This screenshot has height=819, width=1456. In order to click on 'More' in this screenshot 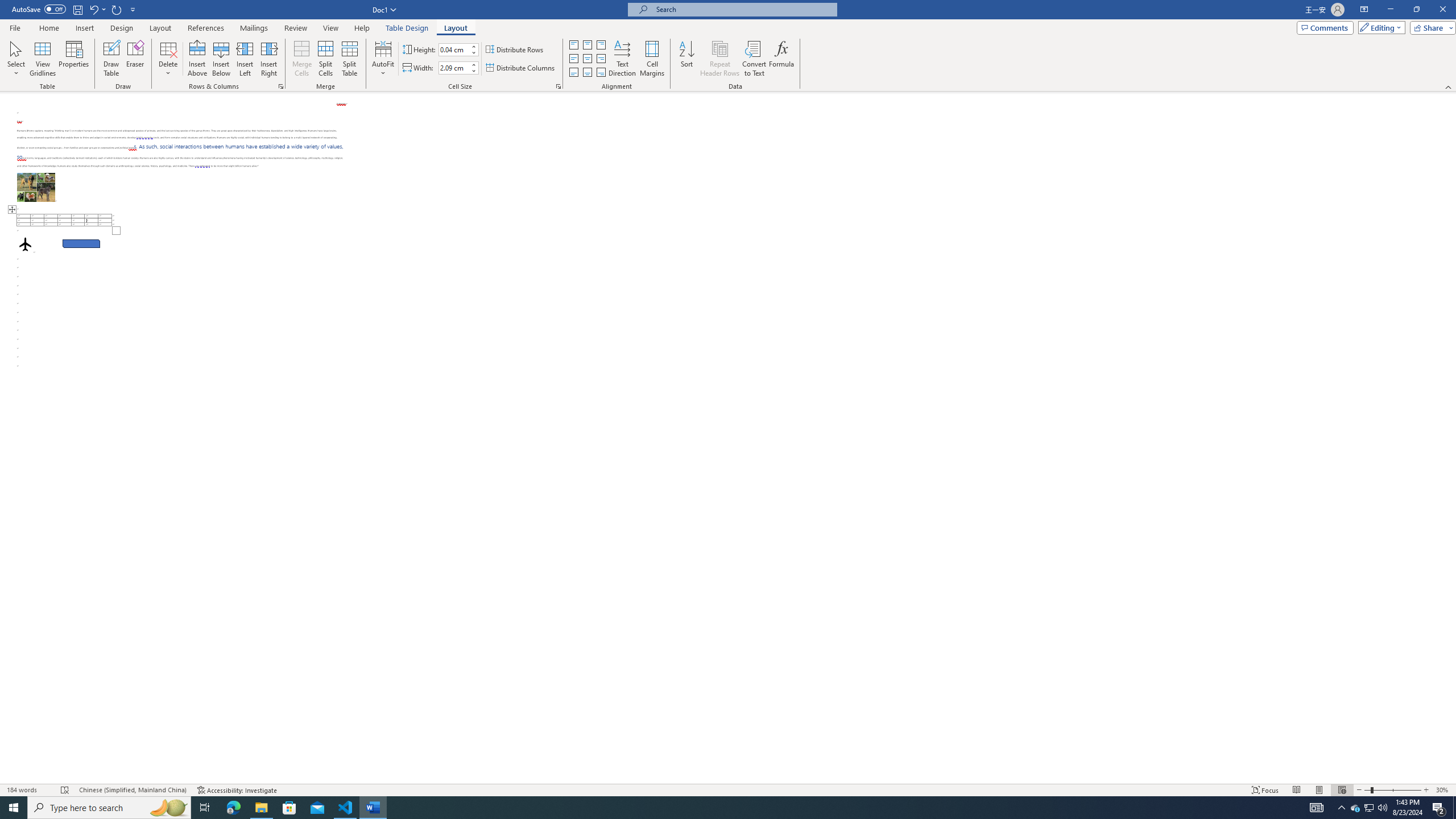, I will do `click(473, 65)`.